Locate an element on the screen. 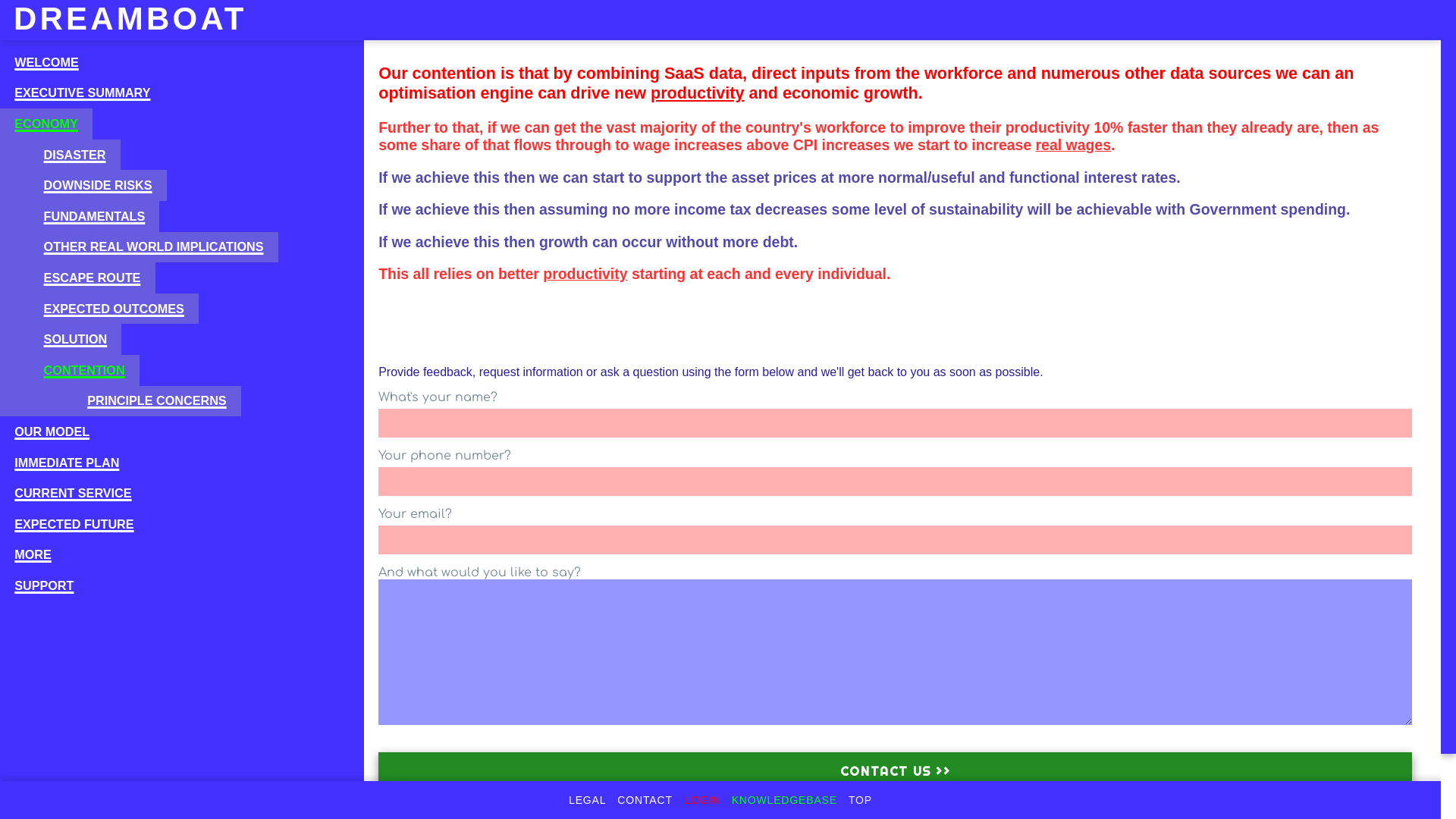 The width and height of the screenshot is (1456, 819). 'real wages' is located at coordinates (1035, 145).